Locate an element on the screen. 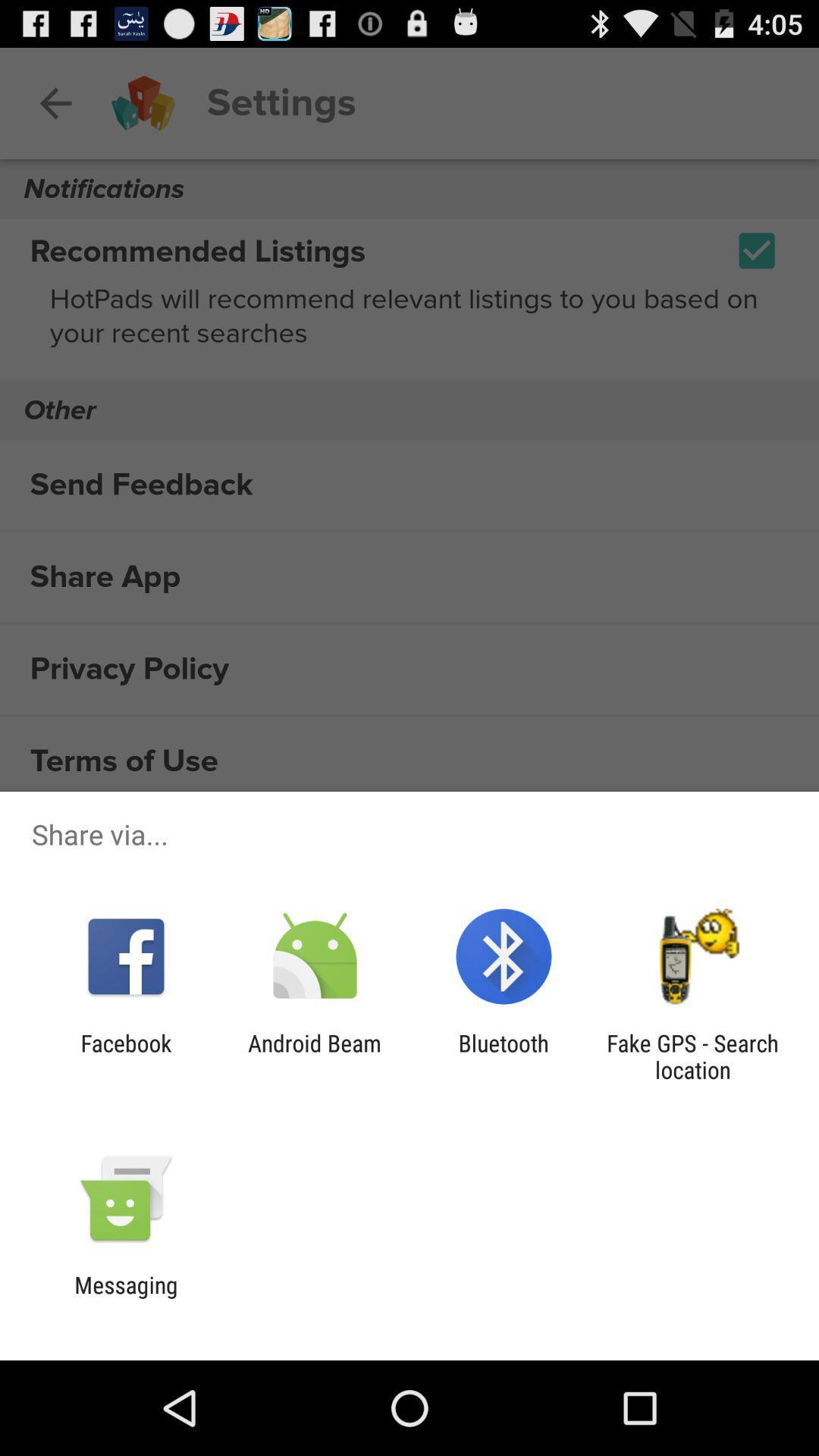 This screenshot has height=1456, width=819. app to the right of facebook icon is located at coordinates (314, 1056).